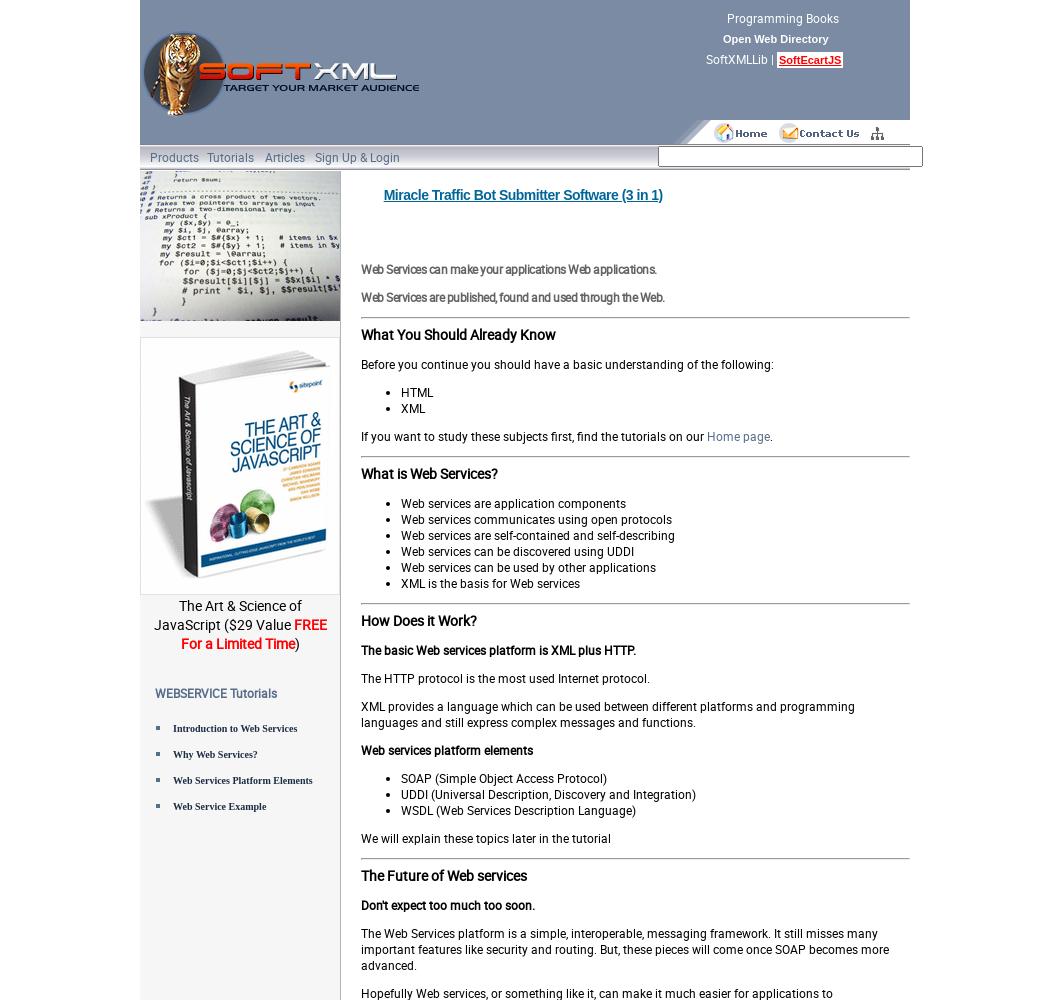 This screenshot has height=1000, width=1050. What do you see at coordinates (400, 778) in the screenshot?
I see `'SOAP (Simple Object Access Protocol)'` at bounding box center [400, 778].